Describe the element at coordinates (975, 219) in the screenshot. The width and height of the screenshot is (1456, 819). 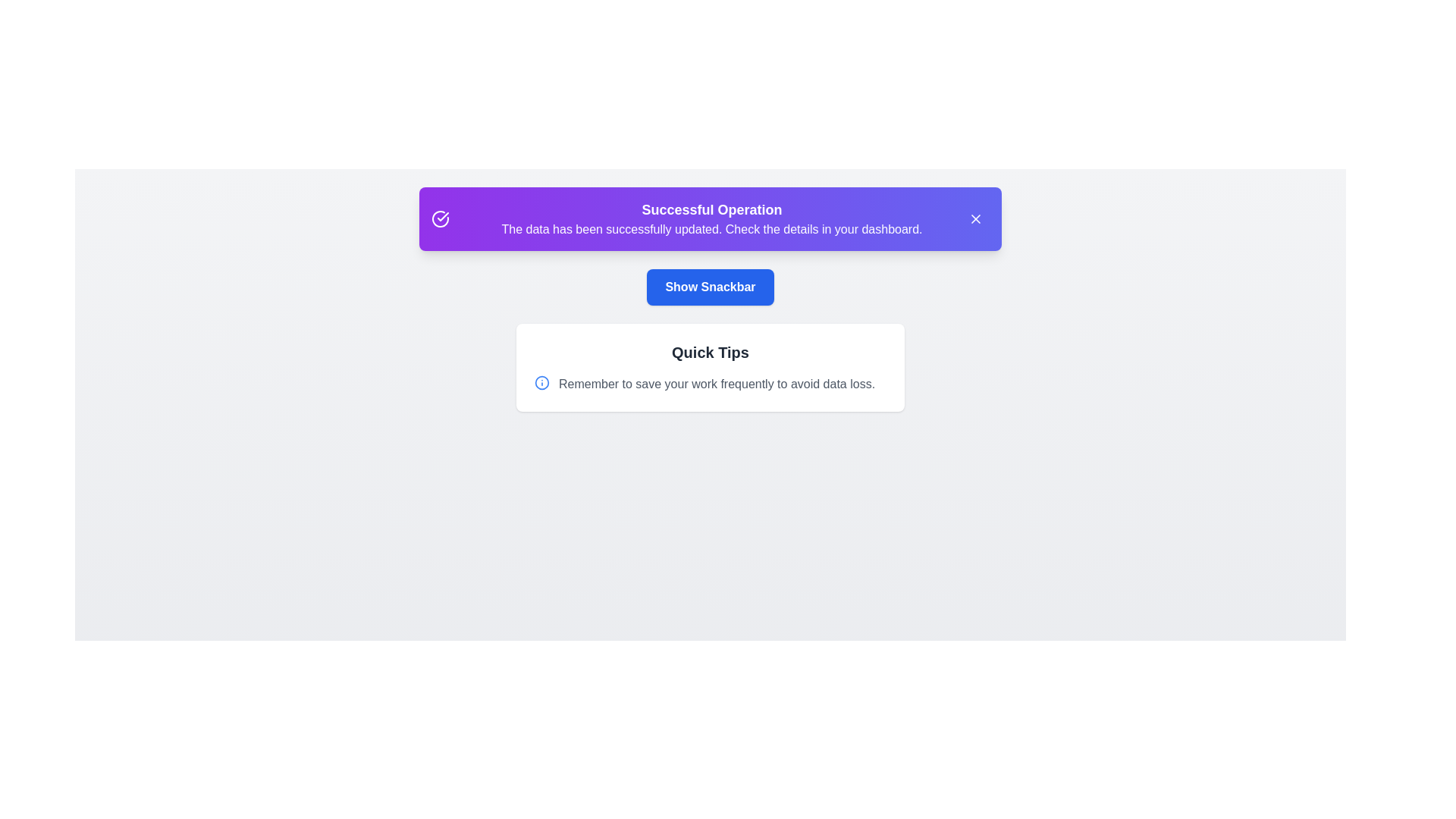
I see `close button (X) in the snackbar to hide it` at that location.